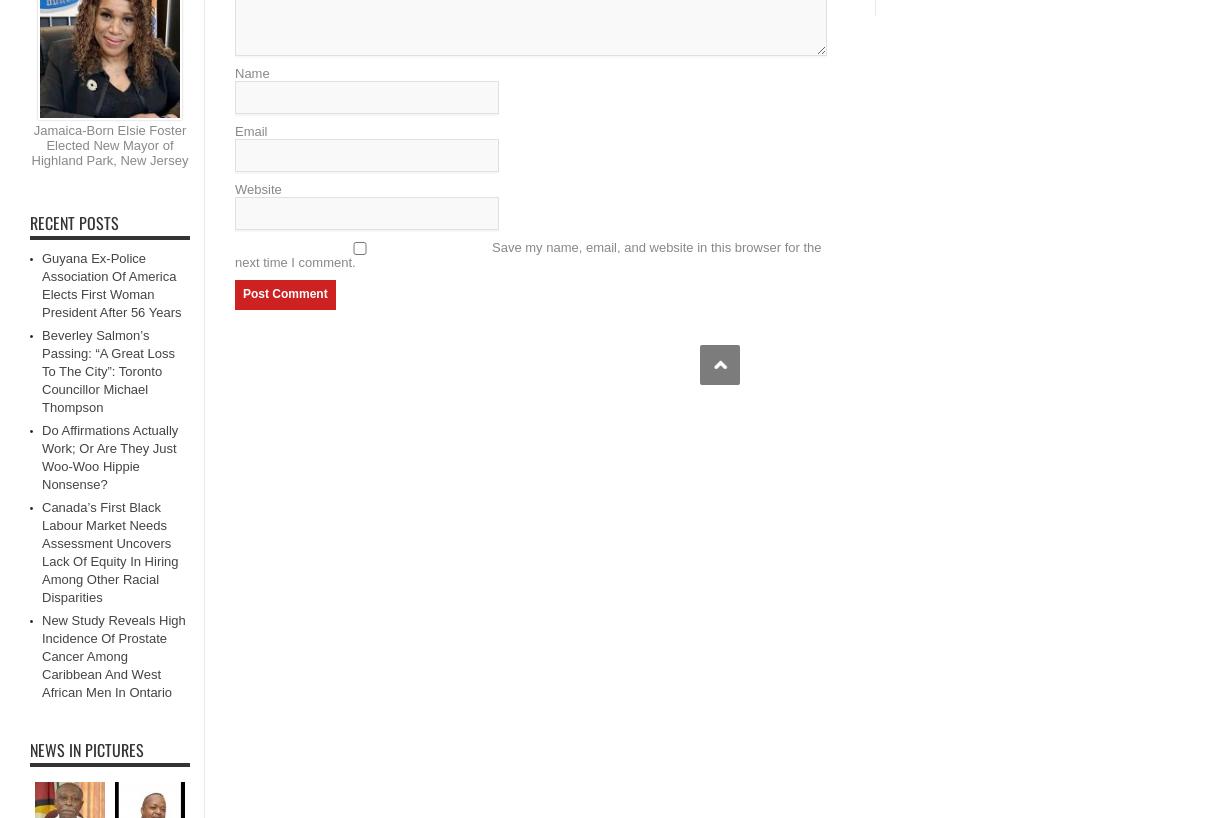  Describe the element at coordinates (113, 655) in the screenshot. I see `'New Study Reveals High Incidence Of Prostate Cancer Among Caribbean And West African Men In Ontario'` at that location.